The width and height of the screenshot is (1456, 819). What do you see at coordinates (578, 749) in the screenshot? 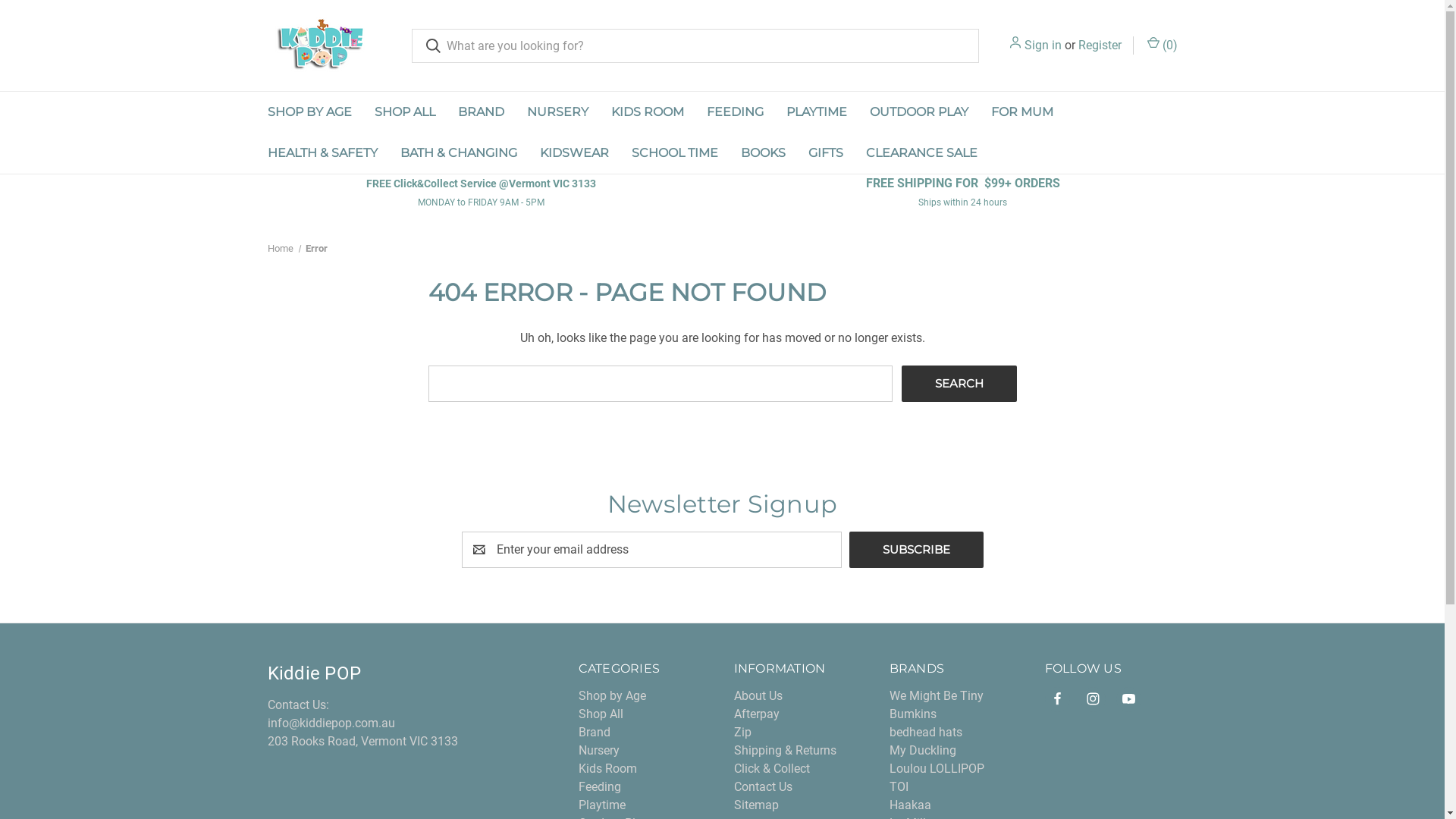
I see `'Nursery'` at bounding box center [578, 749].